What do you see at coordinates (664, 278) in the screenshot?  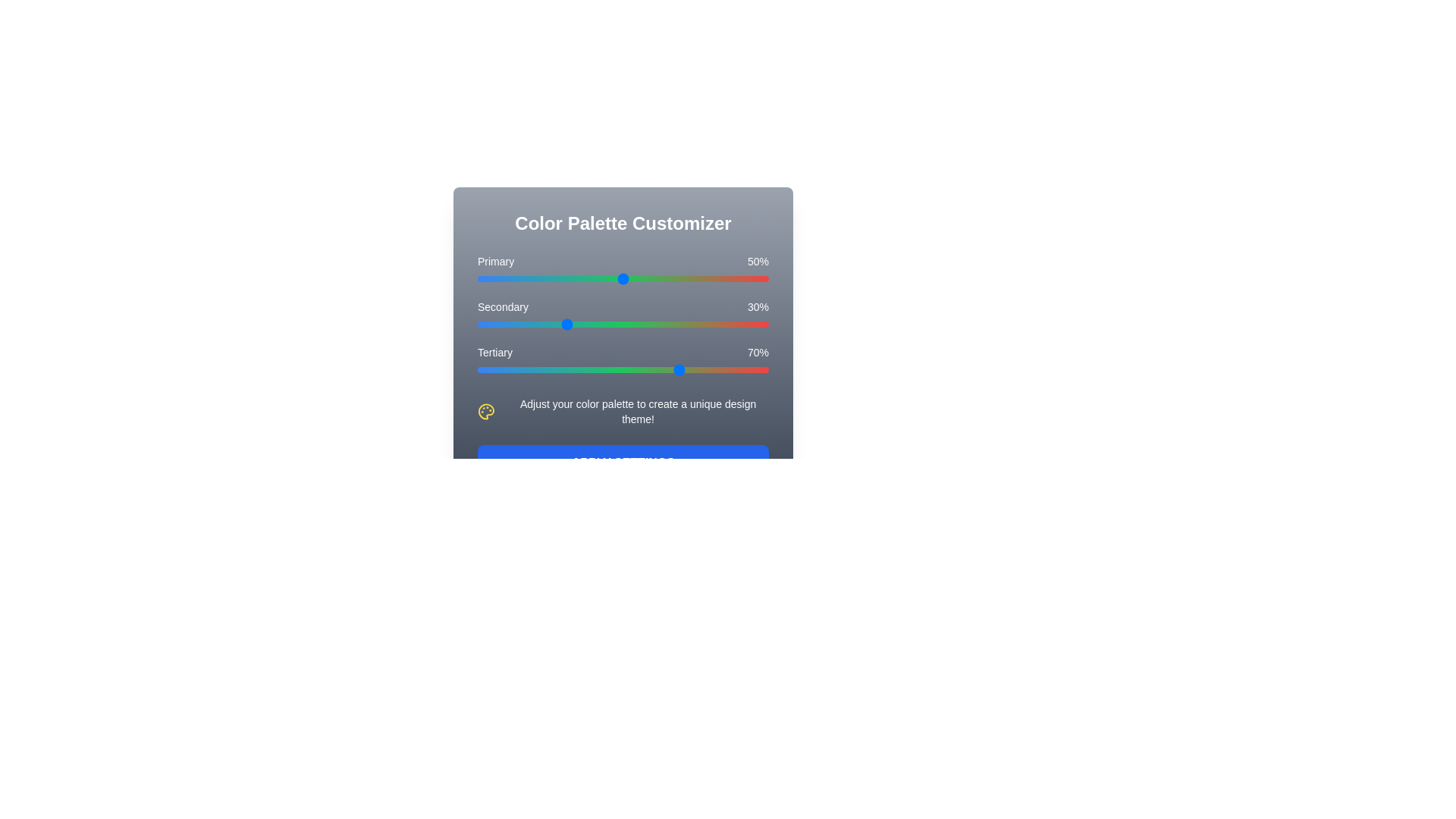 I see `the primary color intensity` at bounding box center [664, 278].